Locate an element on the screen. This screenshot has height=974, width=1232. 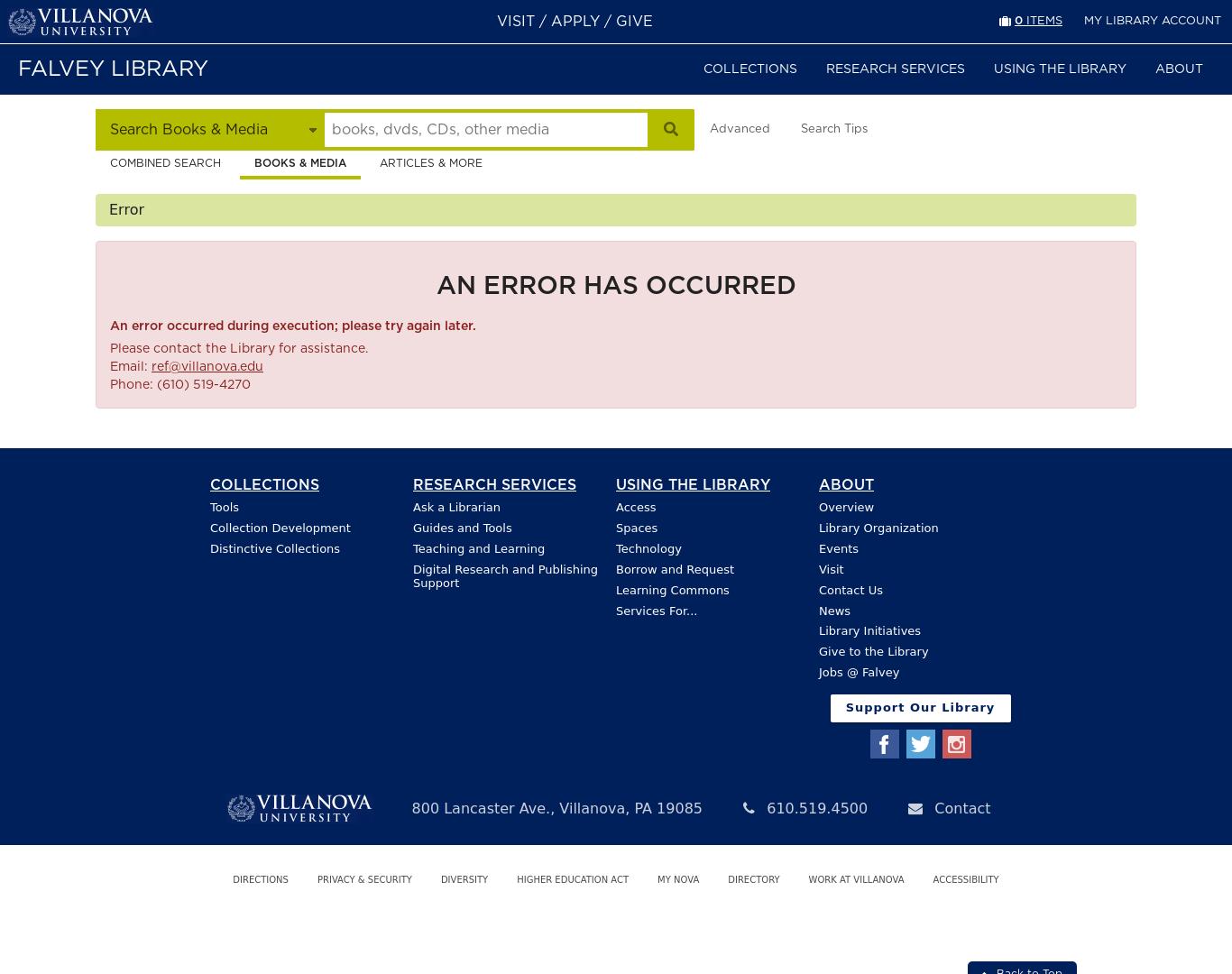
'Books & Media' is located at coordinates (300, 162).